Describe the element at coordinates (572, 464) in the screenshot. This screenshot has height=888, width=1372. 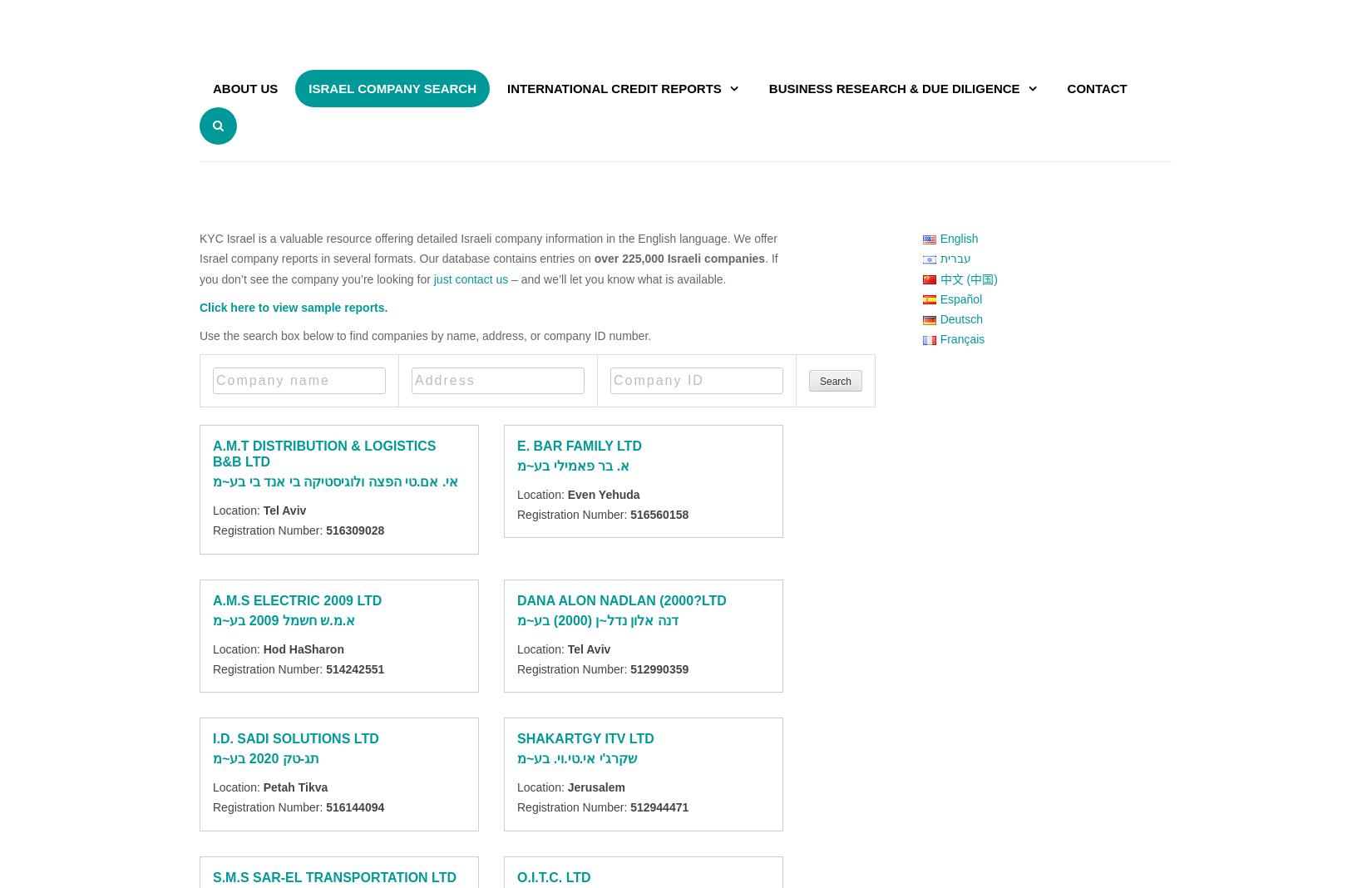
I see `'א. בר פאמילי  בע~מ'` at that location.